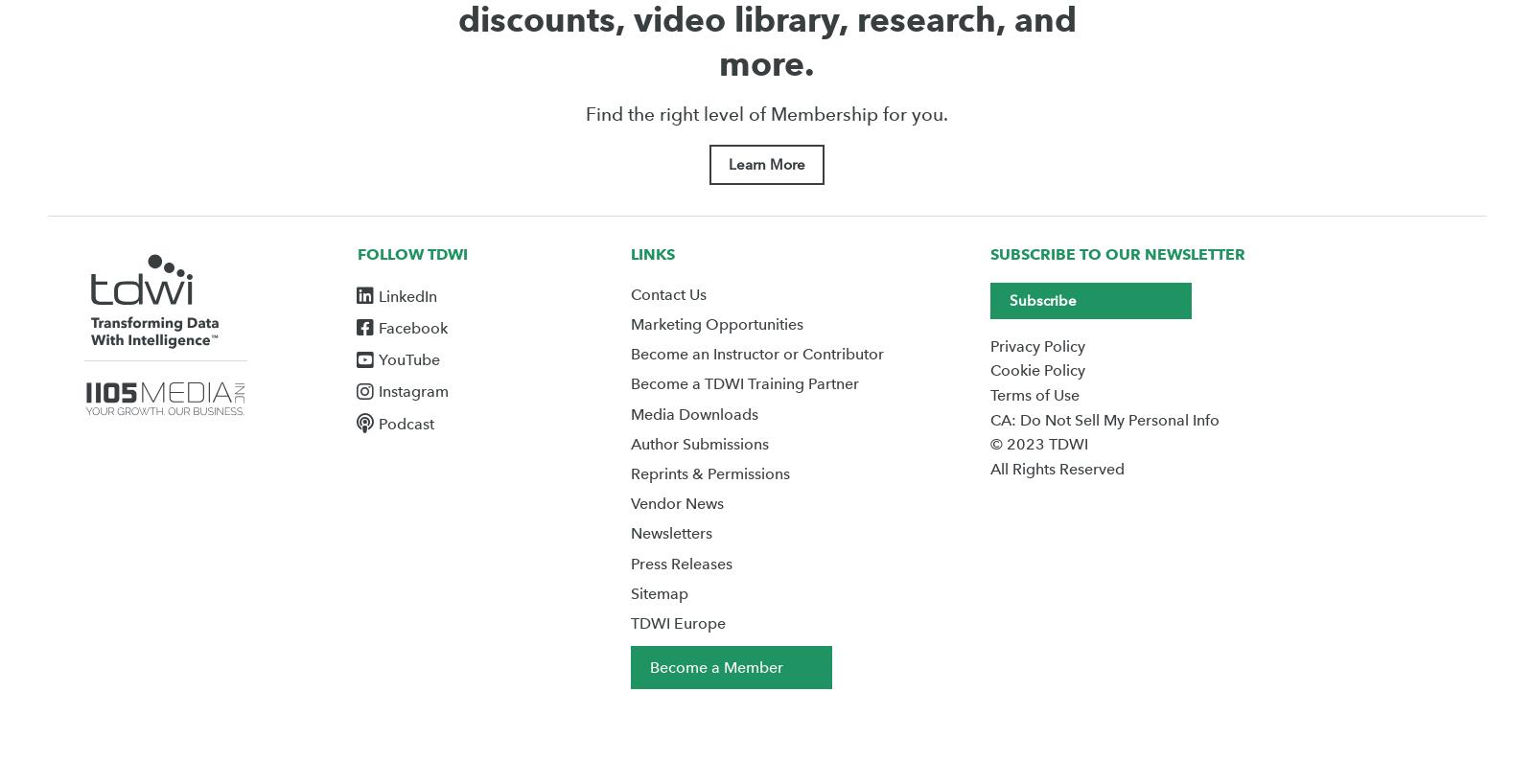 The height and width of the screenshot is (784, 1534). Describe the element at coordinates (755, 354) in the screenshot. I see `'Become an Instructor or Contributor'` at that location.